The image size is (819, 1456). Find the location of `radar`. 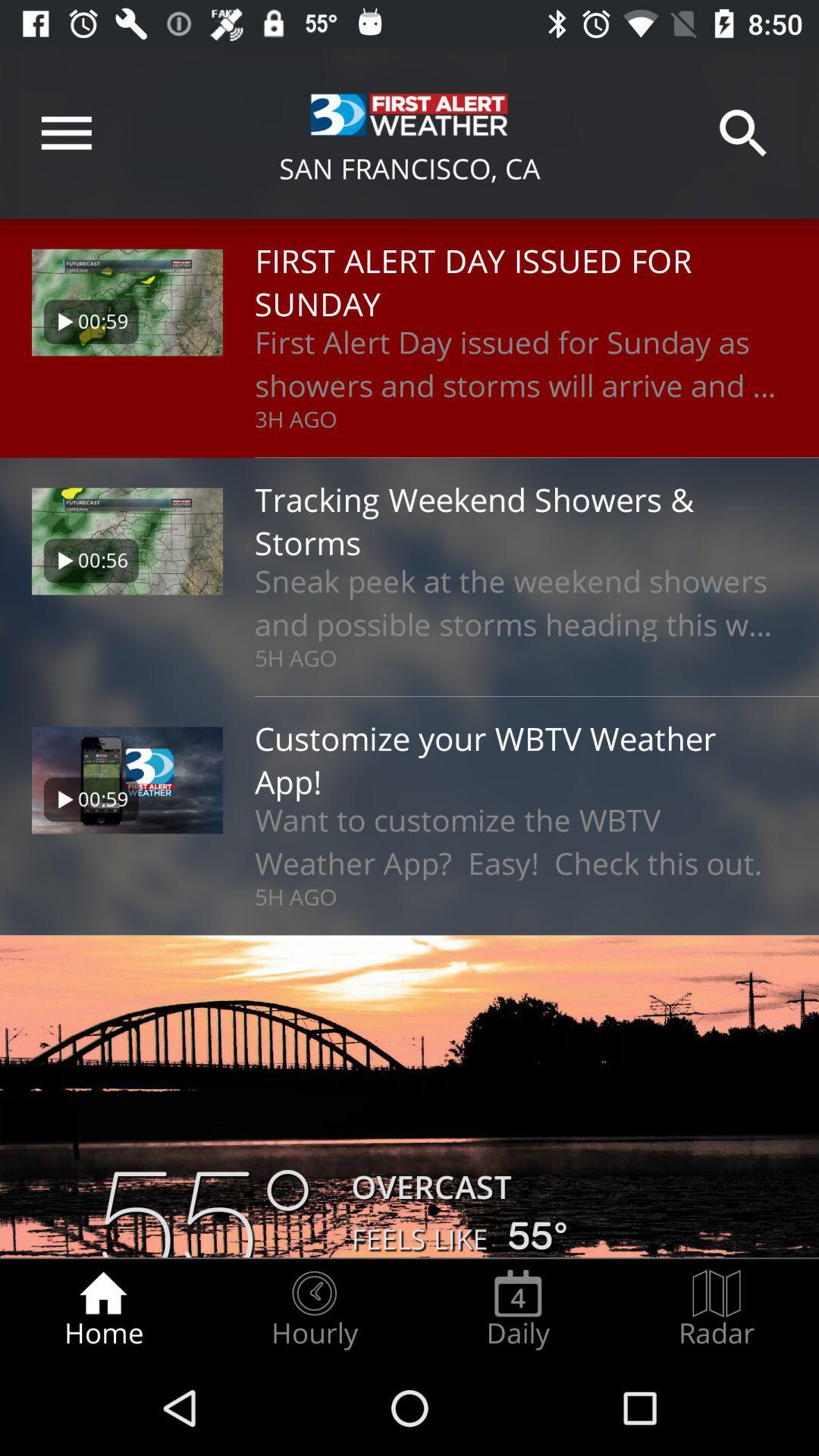

radar is located at coordinates (717, 1309).